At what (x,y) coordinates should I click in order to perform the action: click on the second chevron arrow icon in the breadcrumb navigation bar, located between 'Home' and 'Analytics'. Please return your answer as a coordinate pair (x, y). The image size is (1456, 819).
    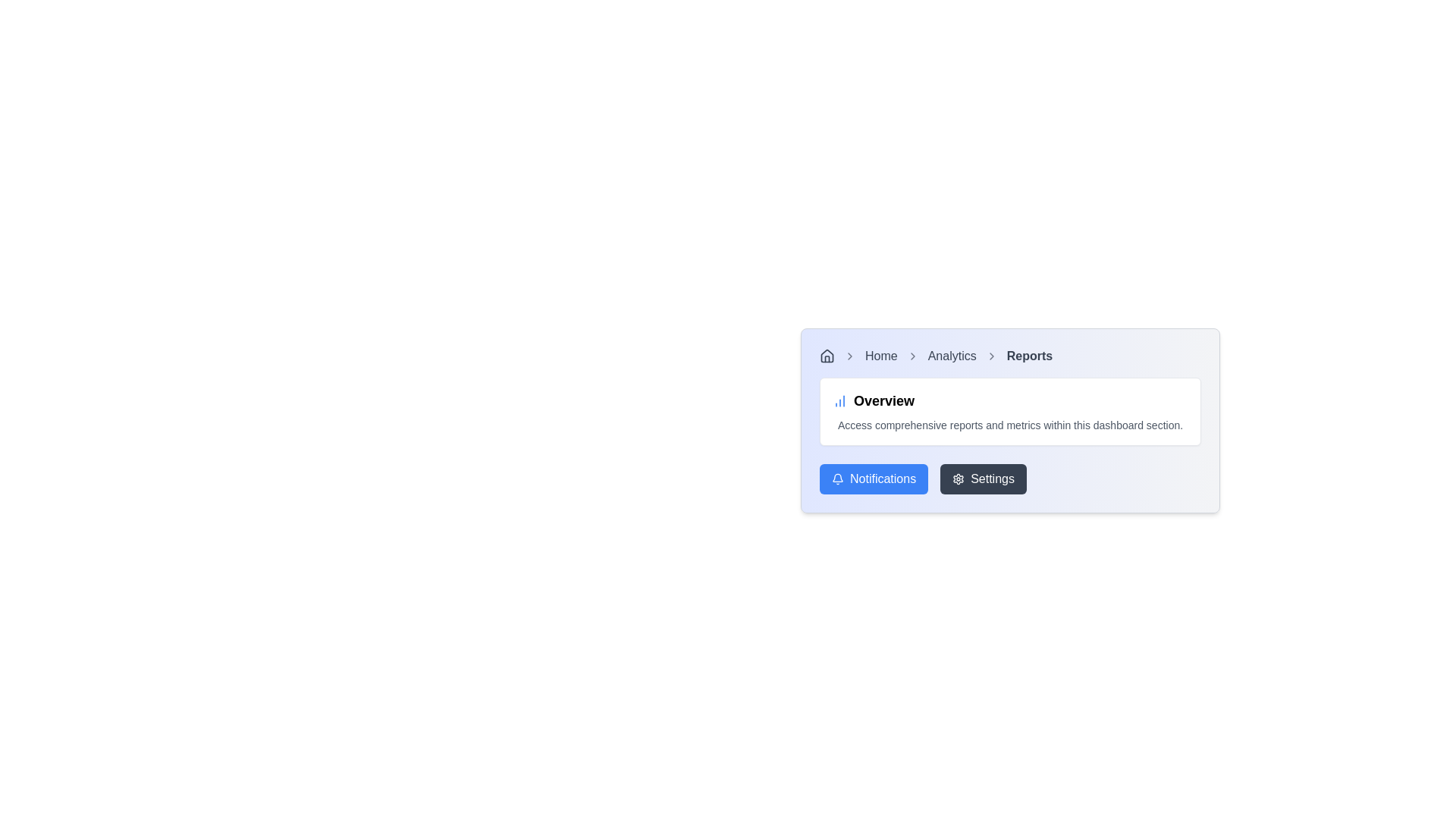
    Looking at the image, I should click on (850, 356).